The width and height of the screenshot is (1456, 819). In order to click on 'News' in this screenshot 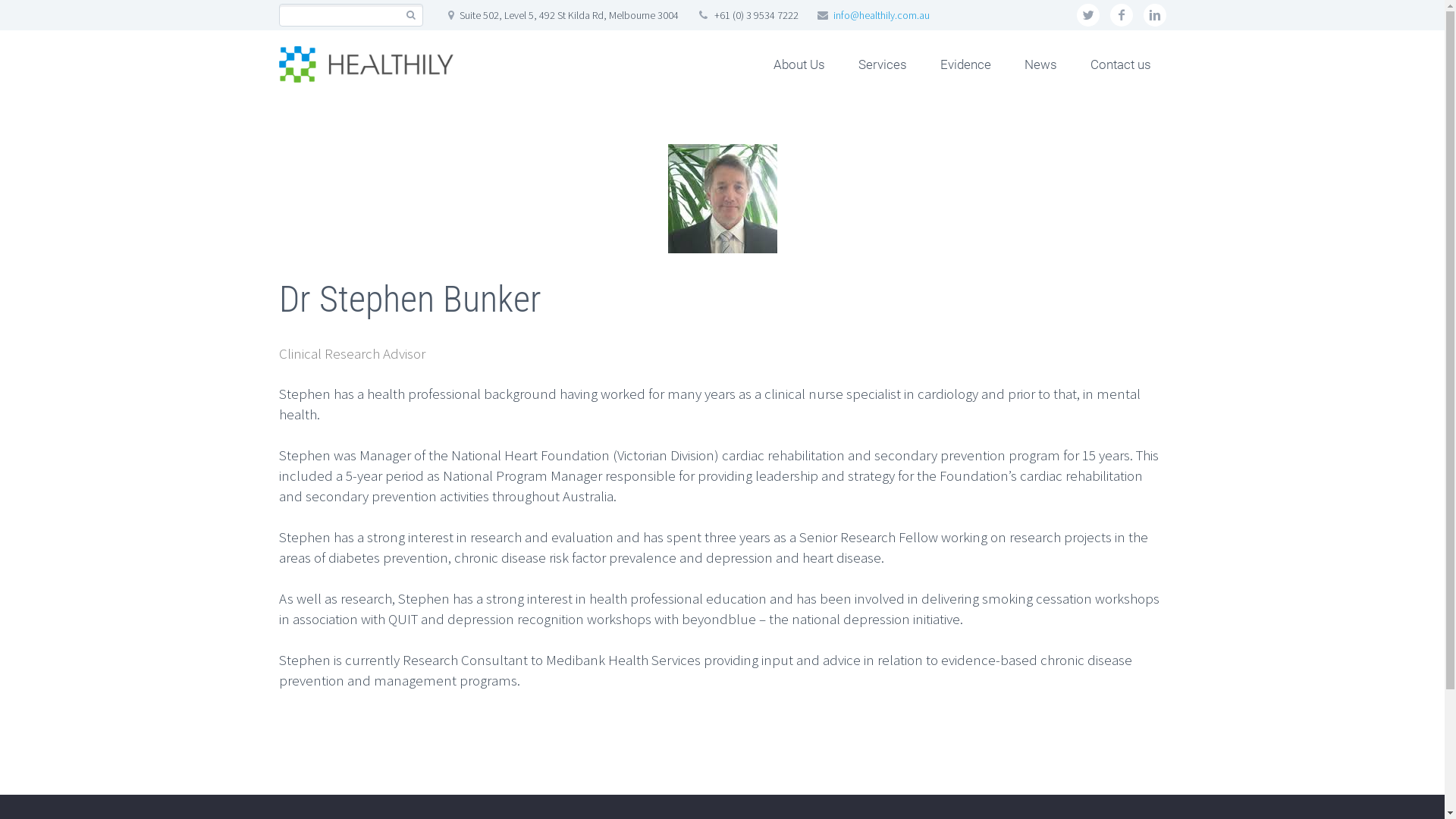, I will do `click(1039, 63)`.